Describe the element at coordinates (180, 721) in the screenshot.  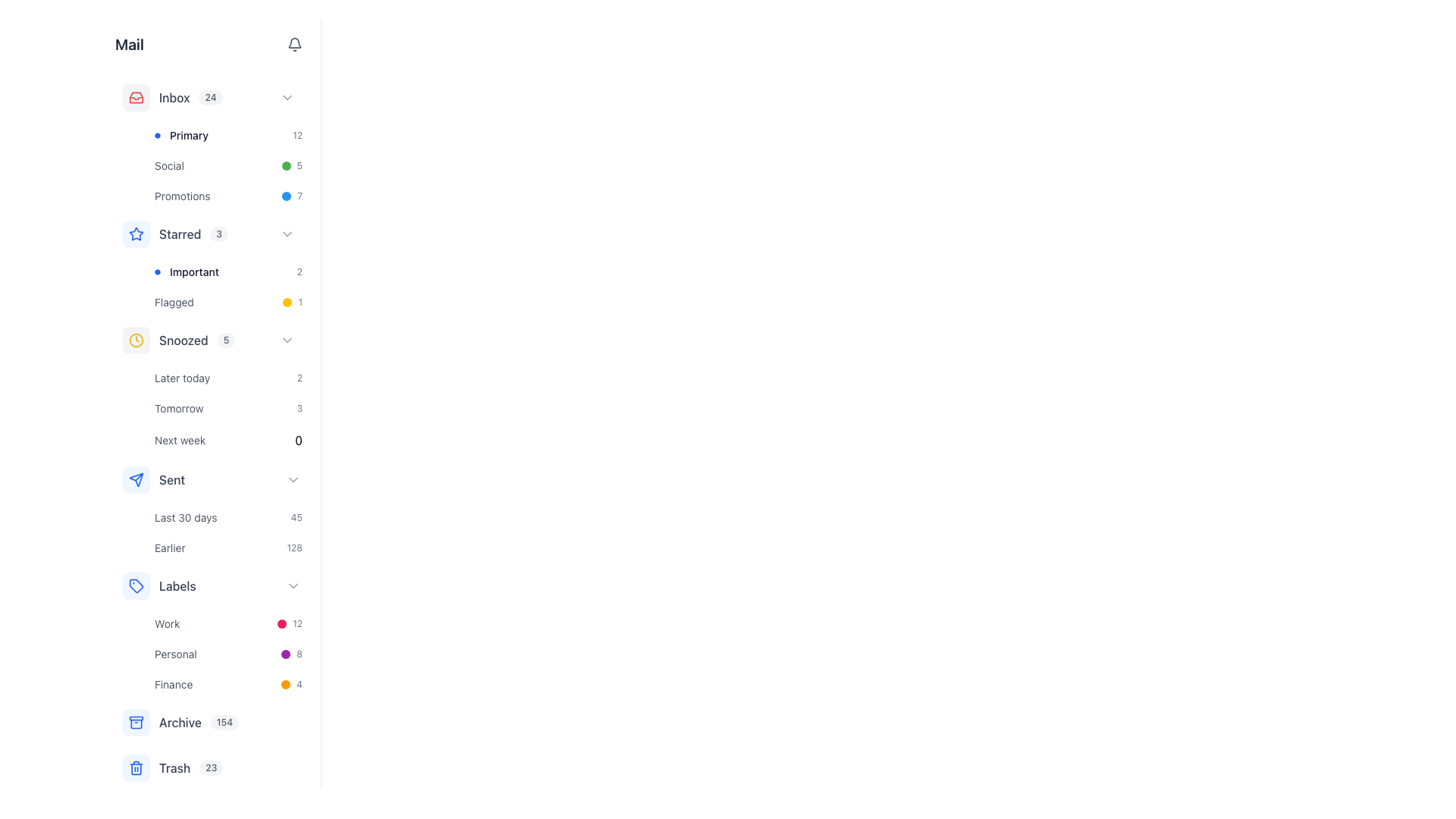
I see `the text label displaying 'Archive' located in the vertical navigation menu, positioned between an archive box icon and a numerical badge (154)` at that location.